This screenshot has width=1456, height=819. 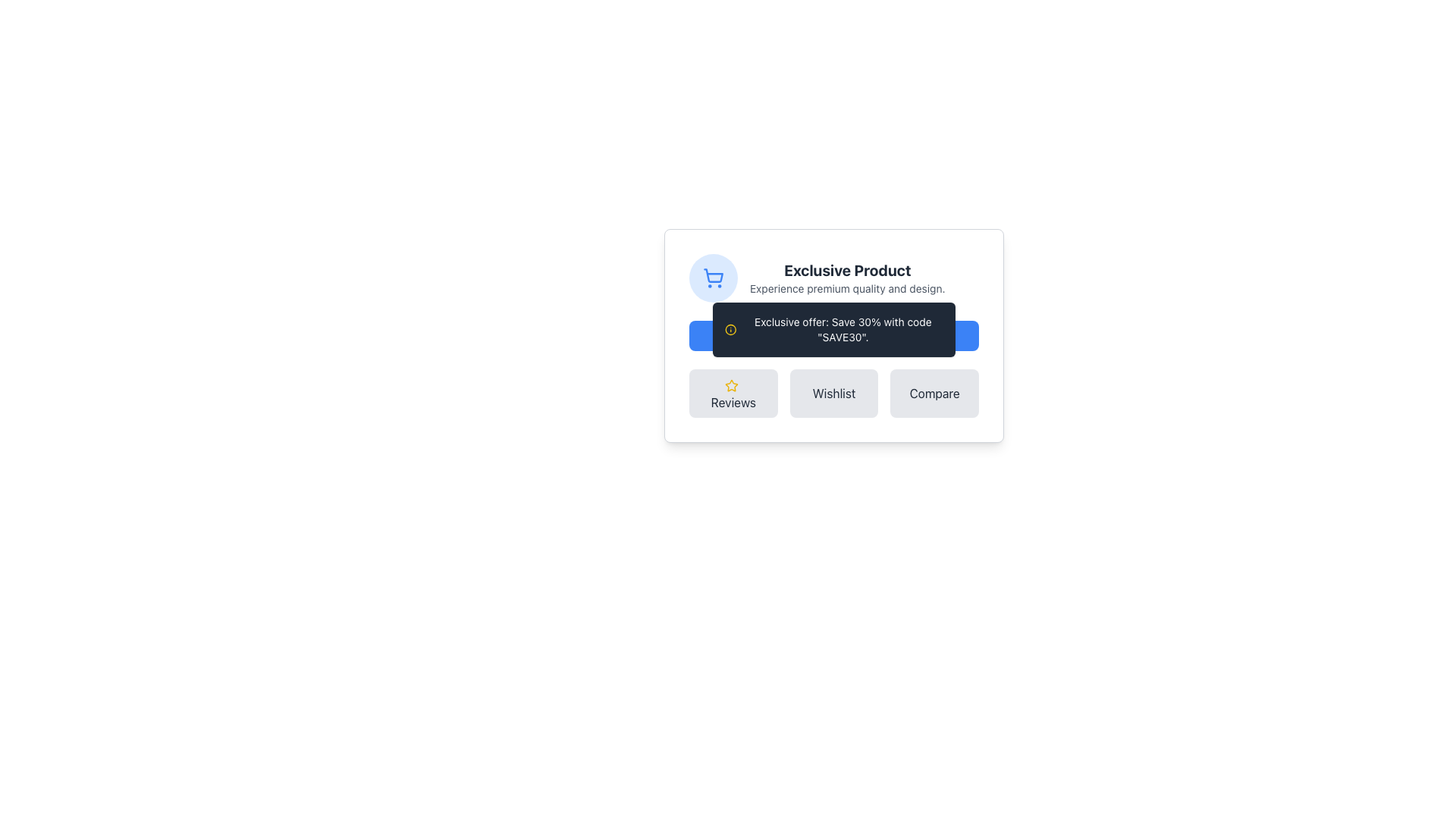 What do you see at coordinates (833, 329) in the screenshot?
I see `the promotional banner Text Label with Icon that informs users about a discount offer, located centrally below the header and above the buttons` at bounding box center [833, 329].